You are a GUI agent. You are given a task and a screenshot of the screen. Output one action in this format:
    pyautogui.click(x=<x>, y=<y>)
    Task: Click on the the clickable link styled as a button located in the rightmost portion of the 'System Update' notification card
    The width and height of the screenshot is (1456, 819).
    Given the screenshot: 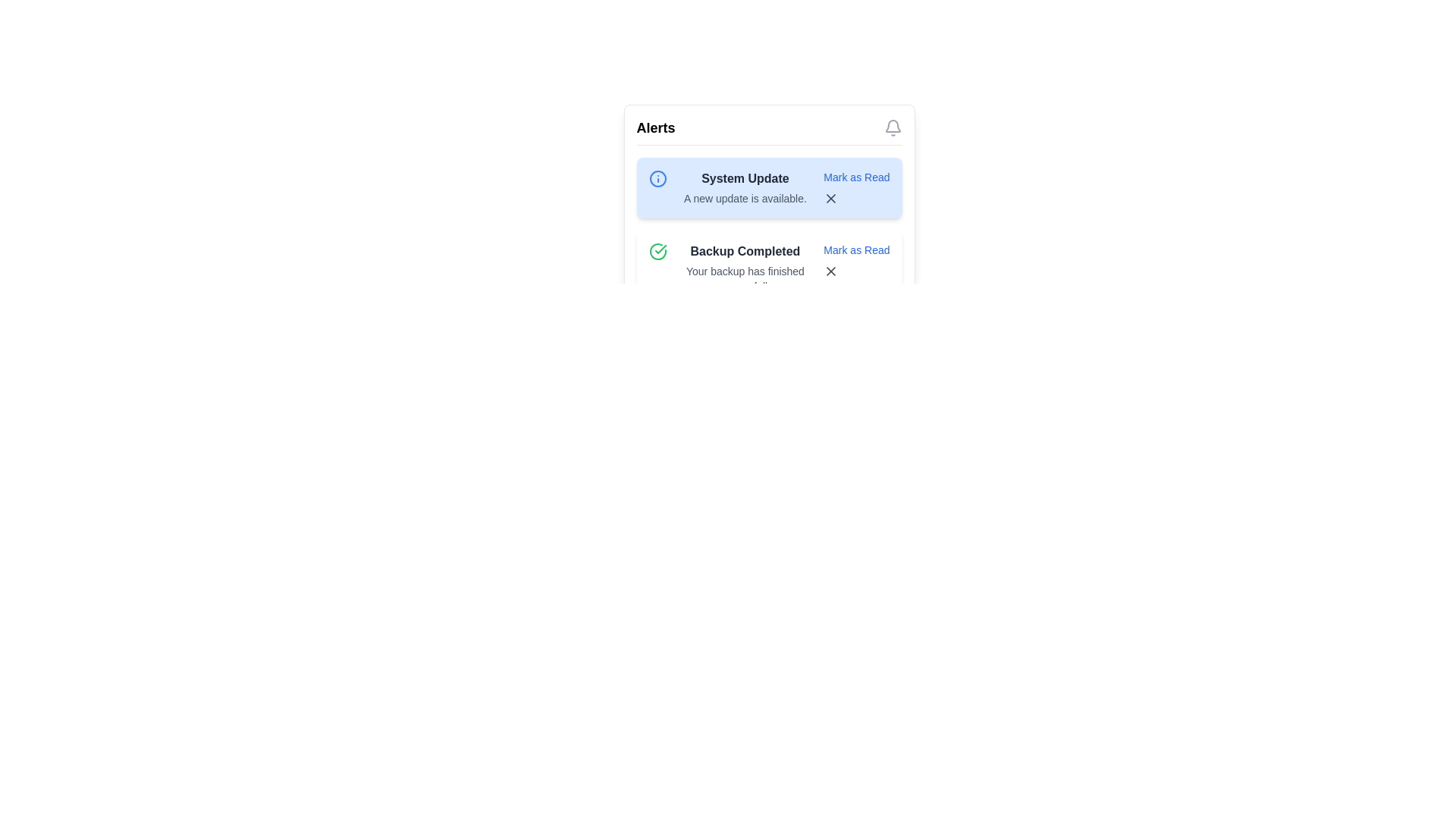 What is the action you would take?
    pyautogui.click(x=856, y=187)
    